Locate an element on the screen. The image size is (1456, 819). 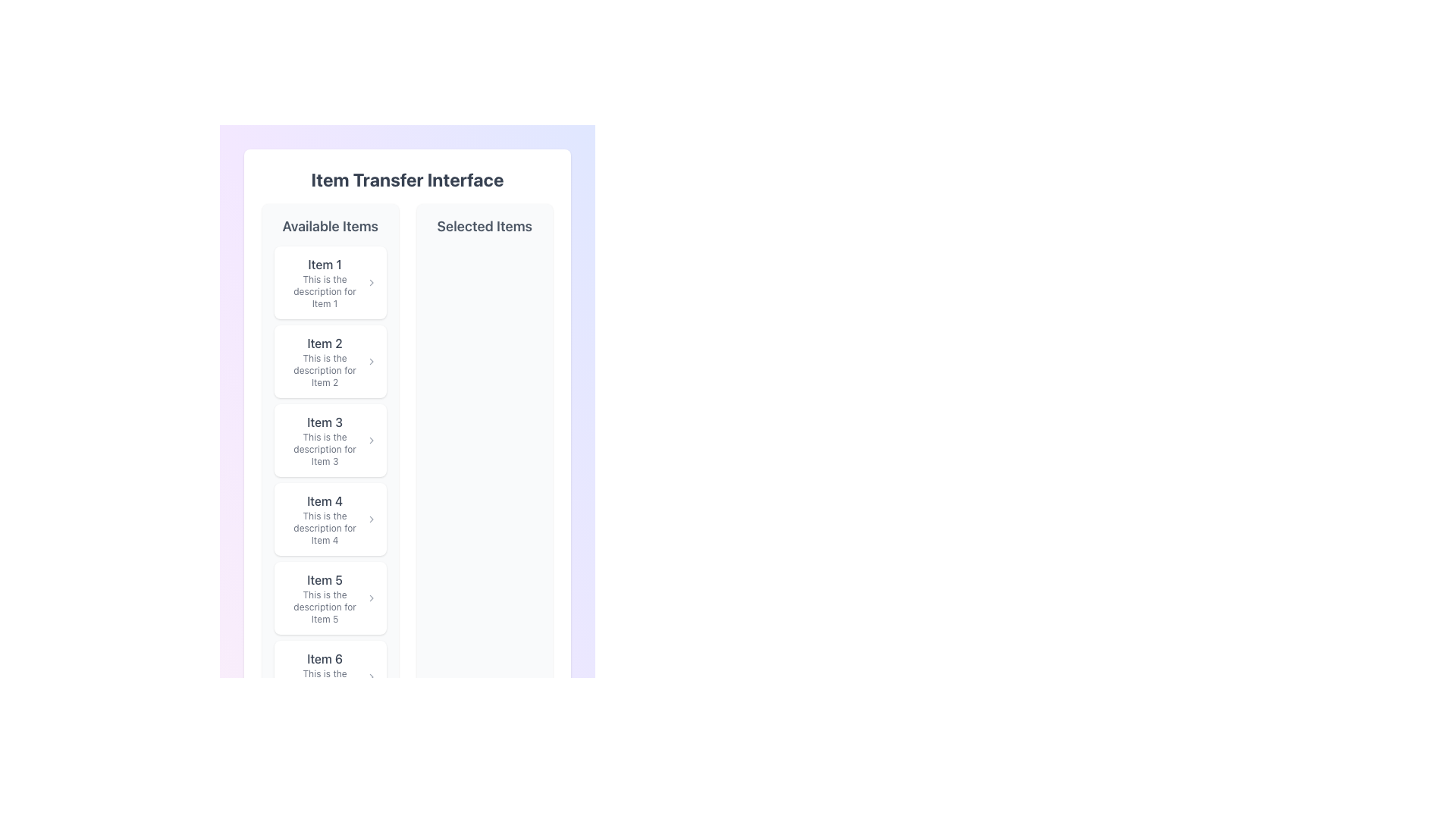
the fifth selectable item in the 'Available Items' list, which displays a title and a brief description is located at coordinates (324, 598).